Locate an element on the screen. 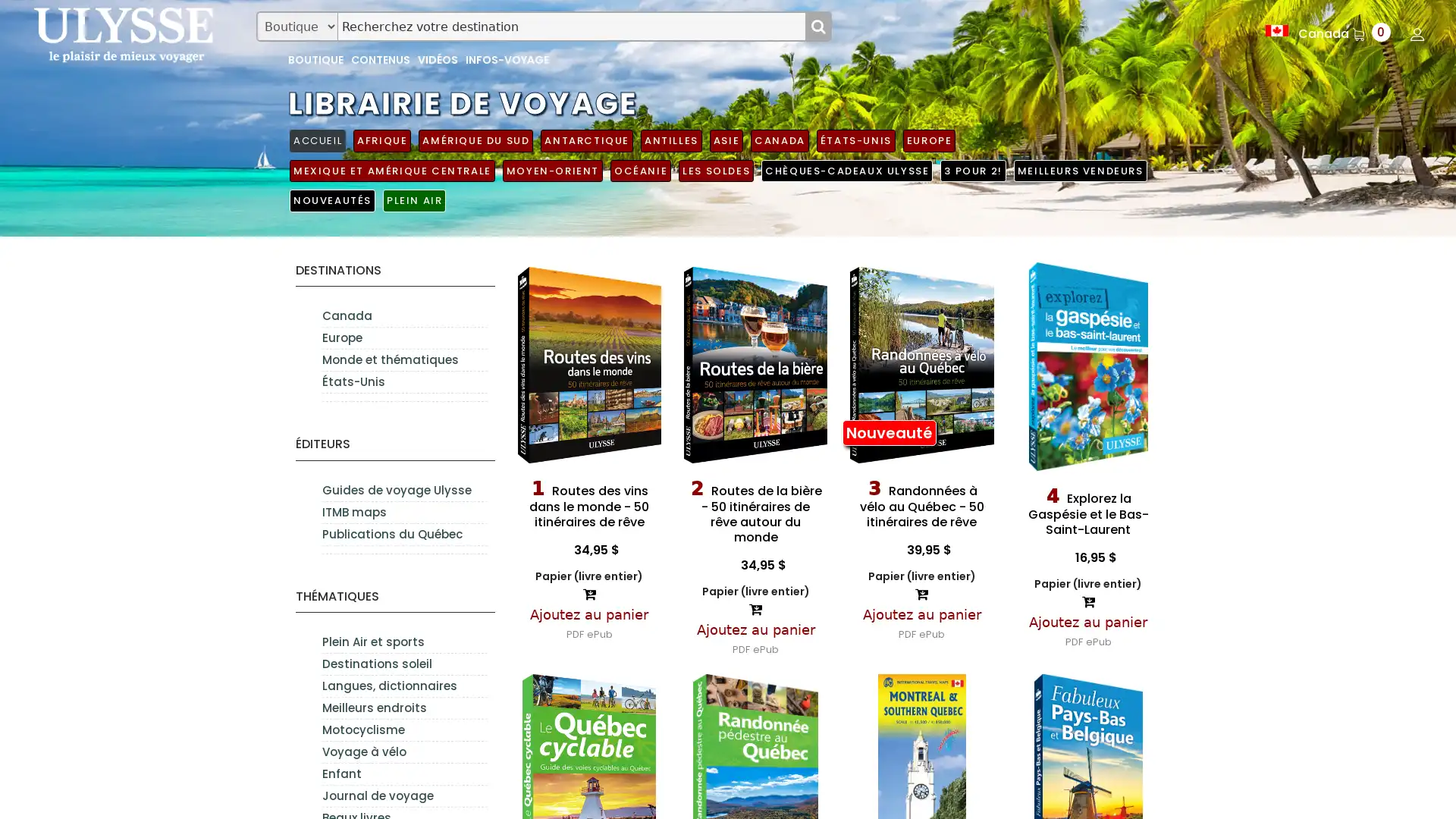  EUROPE is located at coordinates (927, 140).